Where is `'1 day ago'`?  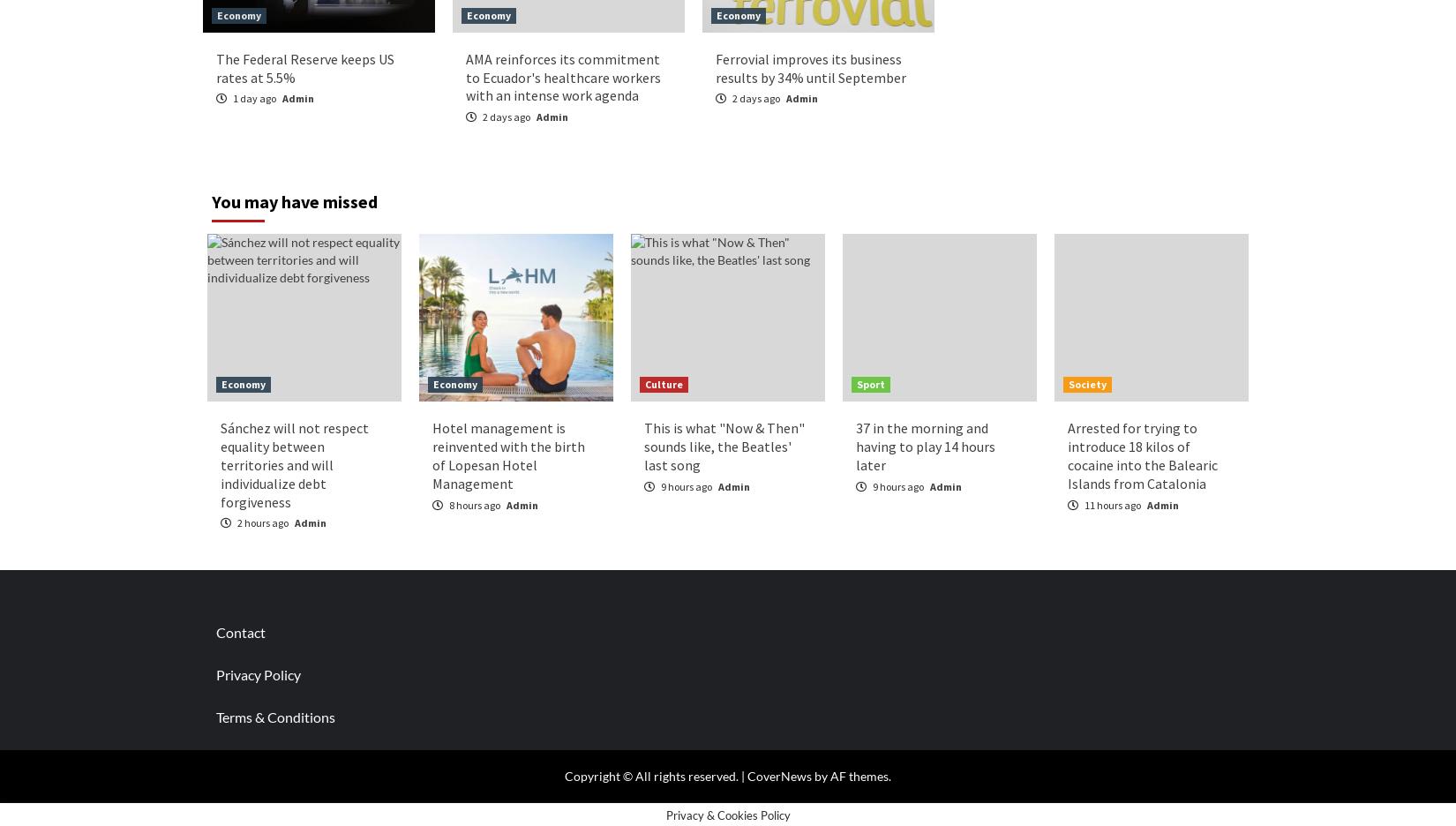
'1 day ago' is located at coordinates (254, 97).